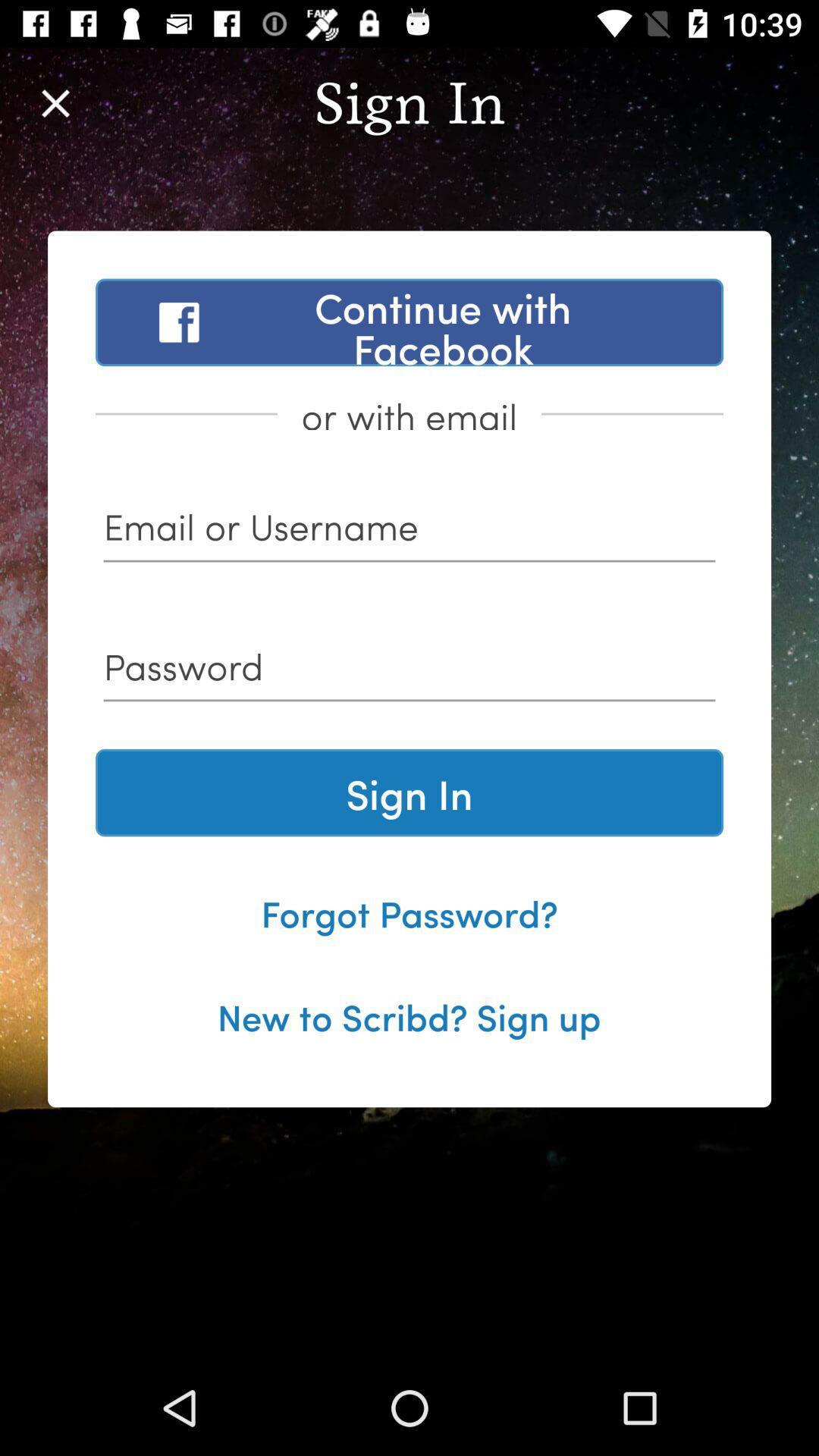  Describe the element at coordinates (409, 671) in the screenshot. I see `password` at that location.